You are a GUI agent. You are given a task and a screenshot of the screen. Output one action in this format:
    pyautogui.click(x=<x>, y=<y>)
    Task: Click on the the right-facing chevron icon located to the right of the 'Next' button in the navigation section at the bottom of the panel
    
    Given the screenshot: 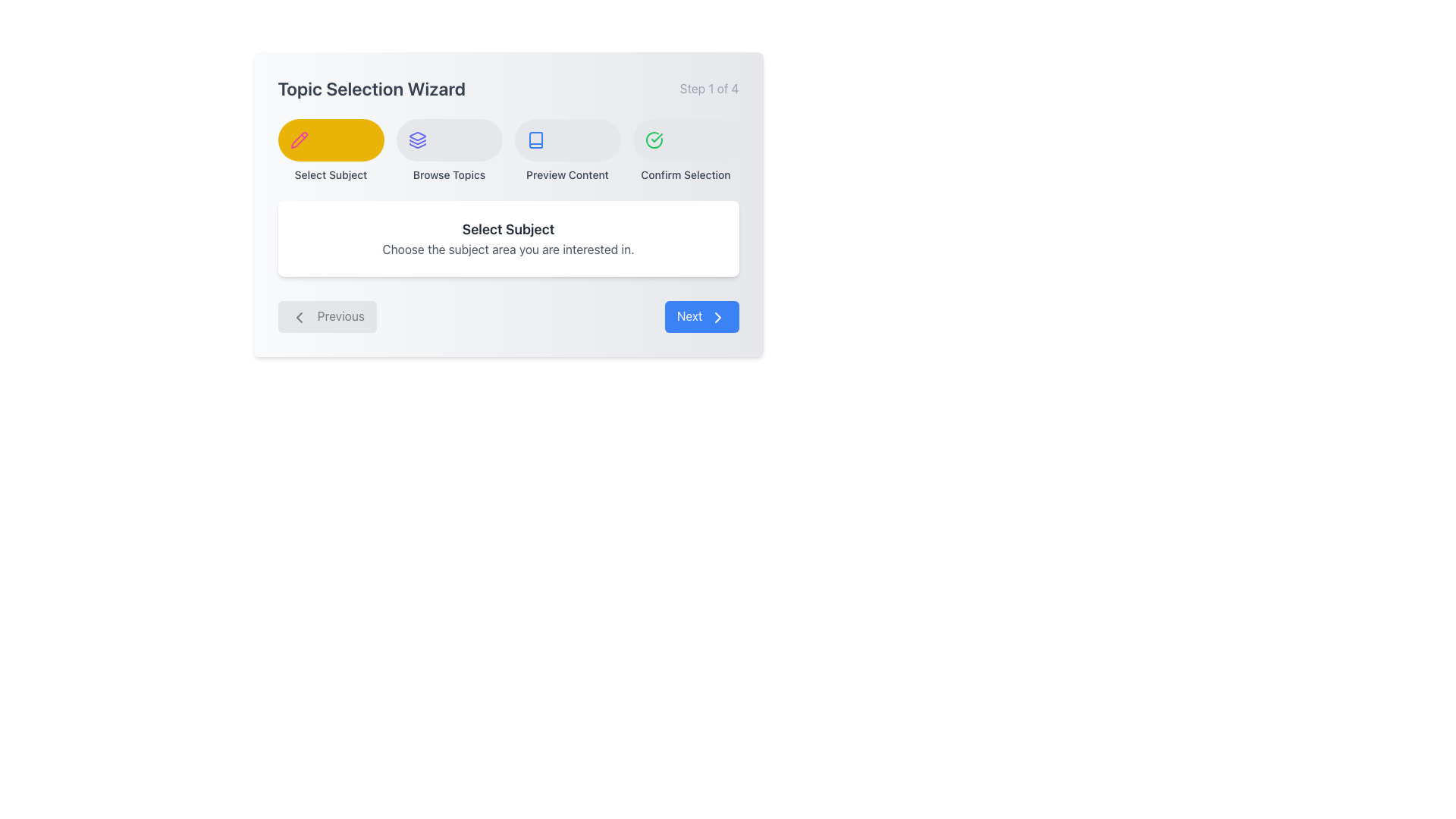 What is the action you would take?
    pyautogui.click(x=717, y=316)
    